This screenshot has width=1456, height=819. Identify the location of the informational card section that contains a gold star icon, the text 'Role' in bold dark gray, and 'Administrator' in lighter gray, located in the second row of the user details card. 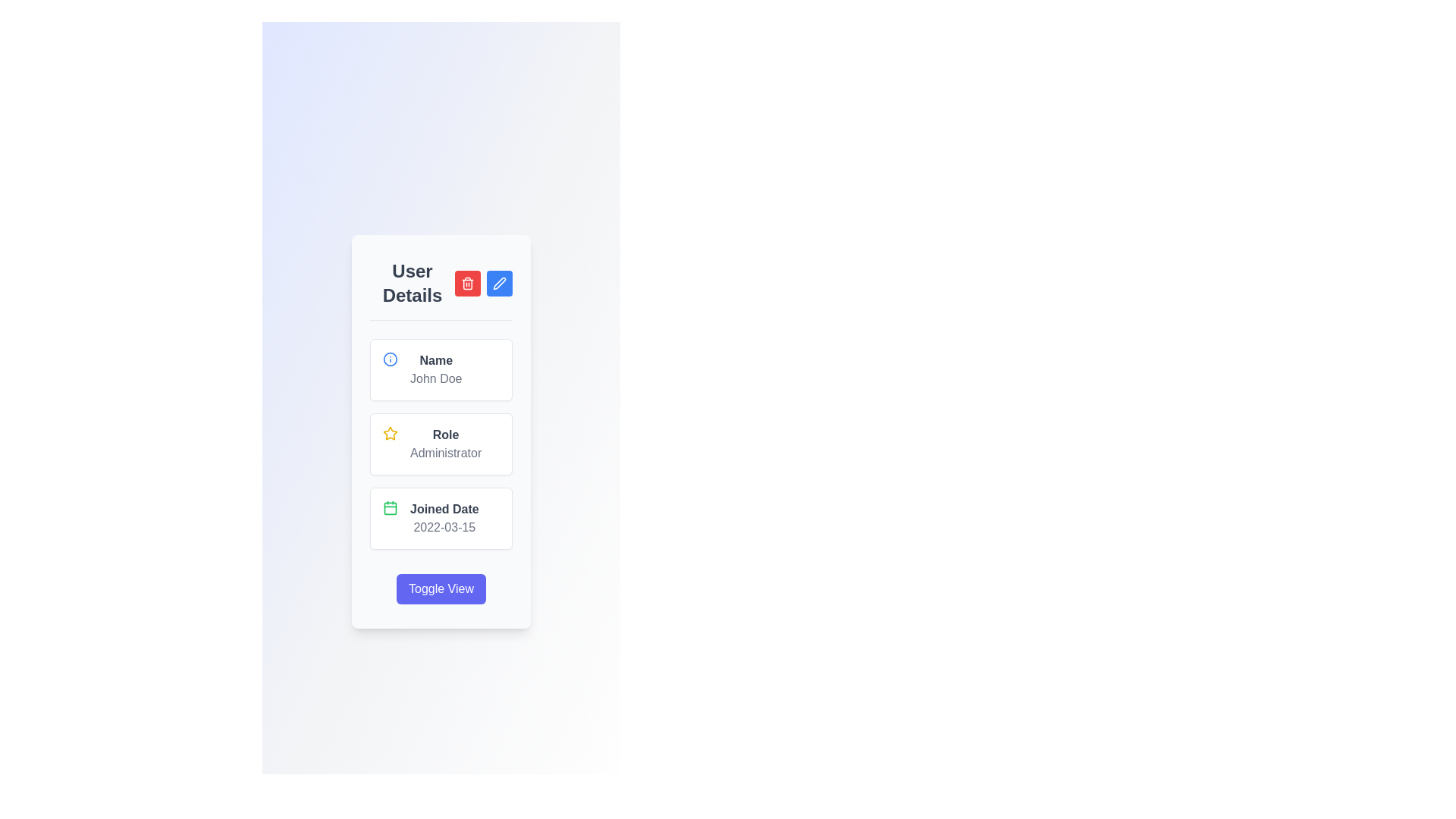
(440, 444).